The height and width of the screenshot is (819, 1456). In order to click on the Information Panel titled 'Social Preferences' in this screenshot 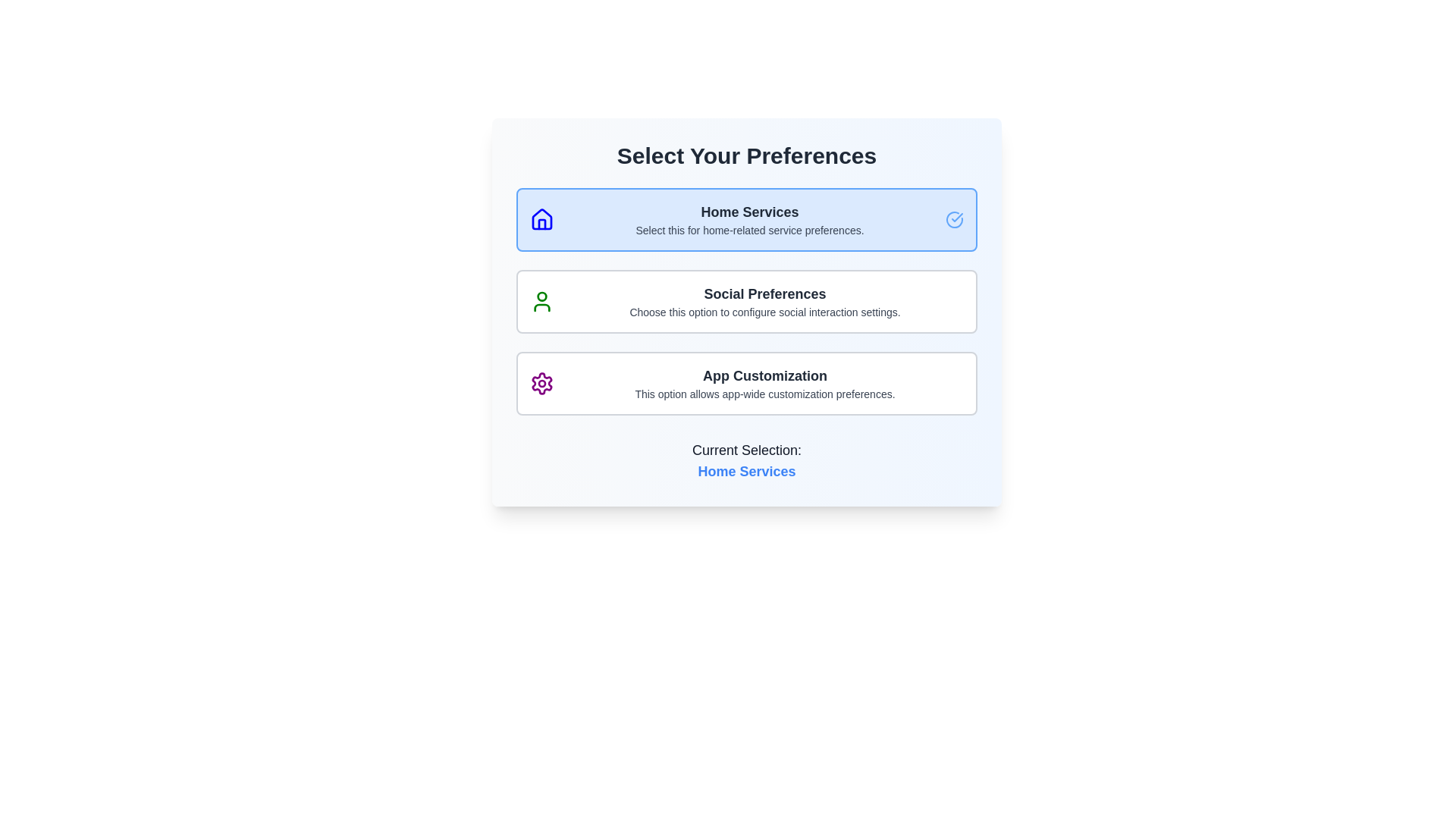, I will do `click(746, 301)`.